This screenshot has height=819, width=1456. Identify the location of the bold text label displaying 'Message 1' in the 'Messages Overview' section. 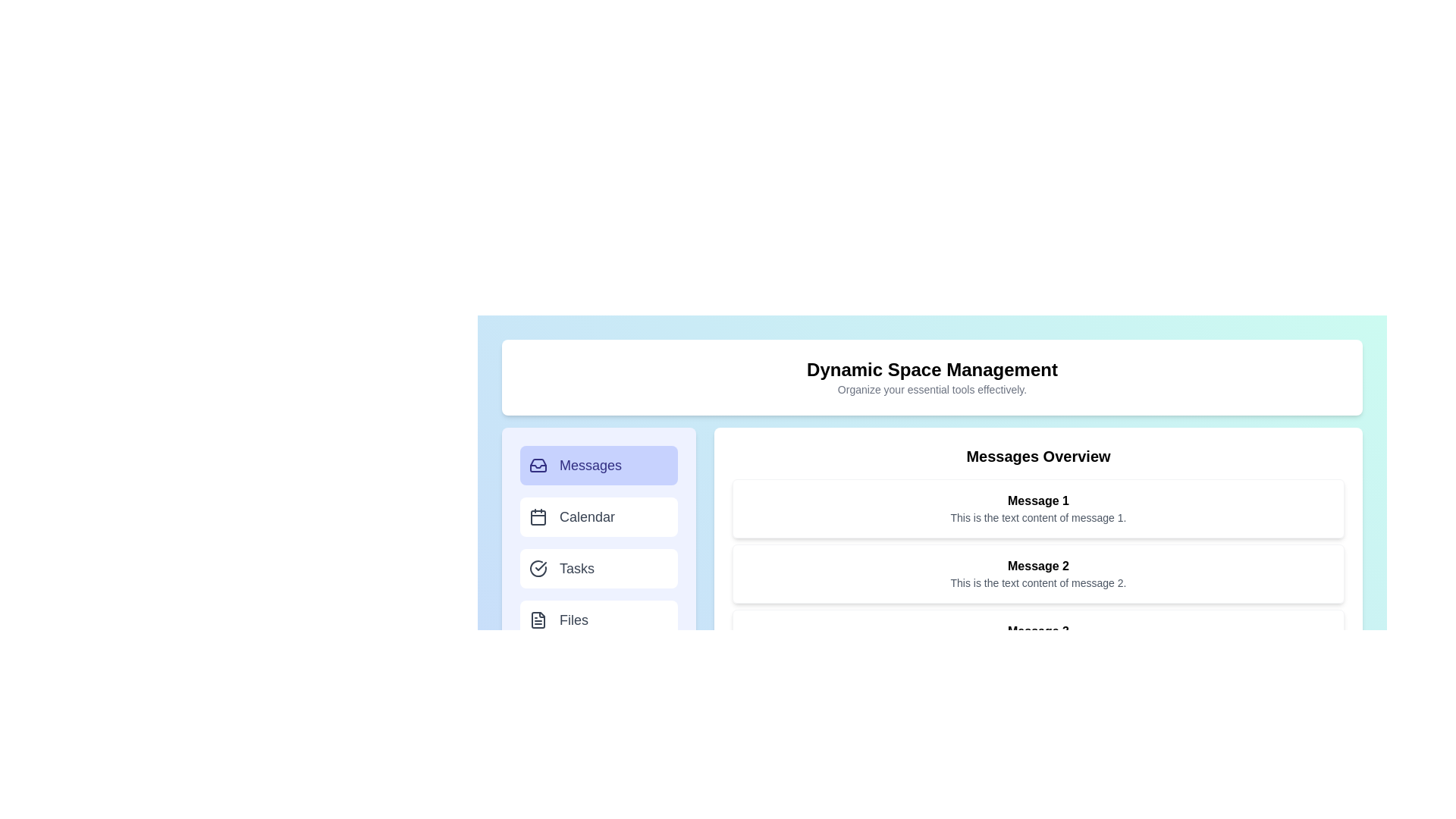
(1037, 500).